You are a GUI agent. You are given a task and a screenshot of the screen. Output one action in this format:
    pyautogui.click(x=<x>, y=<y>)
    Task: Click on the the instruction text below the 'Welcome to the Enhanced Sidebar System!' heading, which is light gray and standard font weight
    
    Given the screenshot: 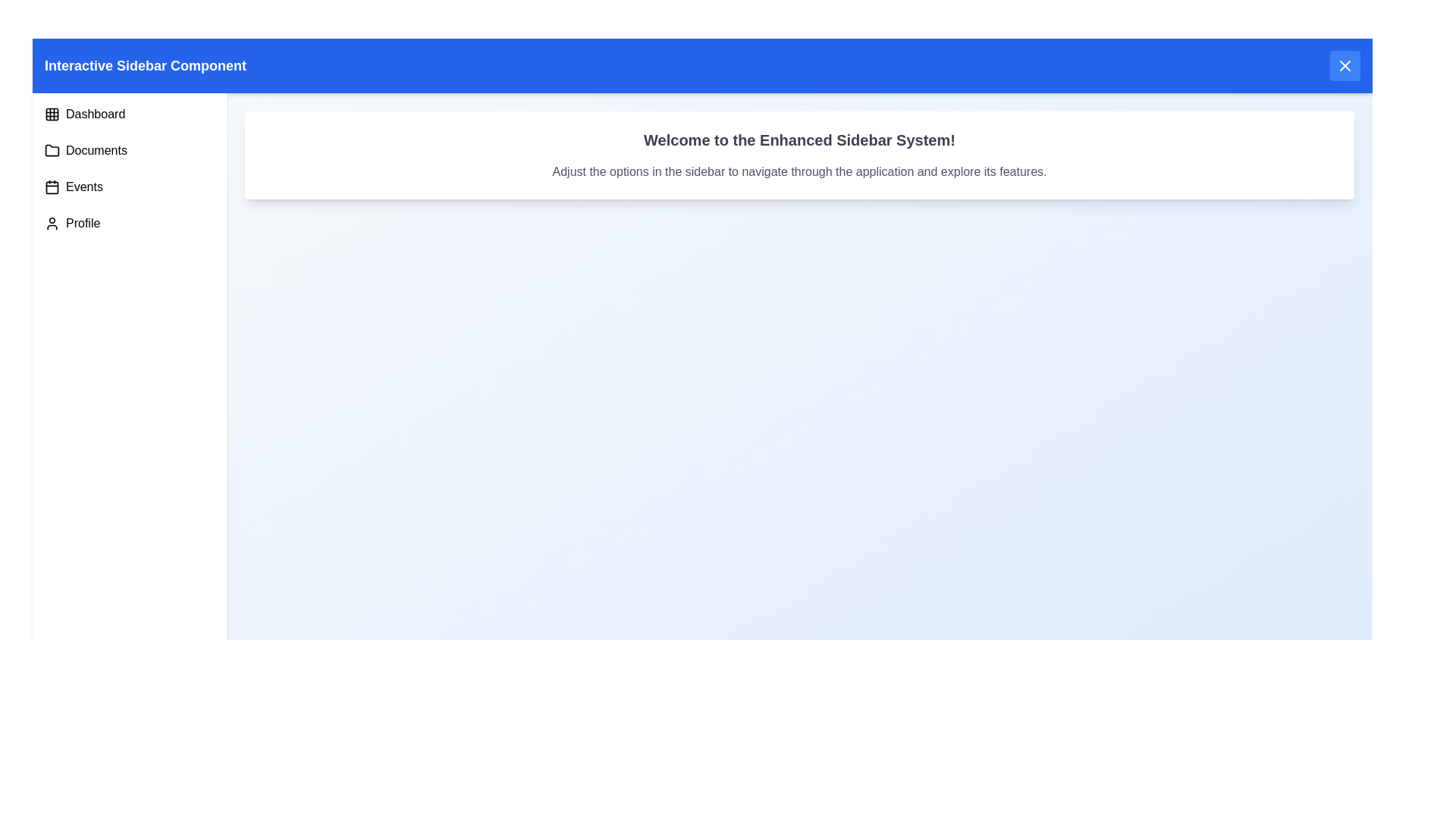 What is the action you would take?
    pyautogui.click(x=799, y=171)
    